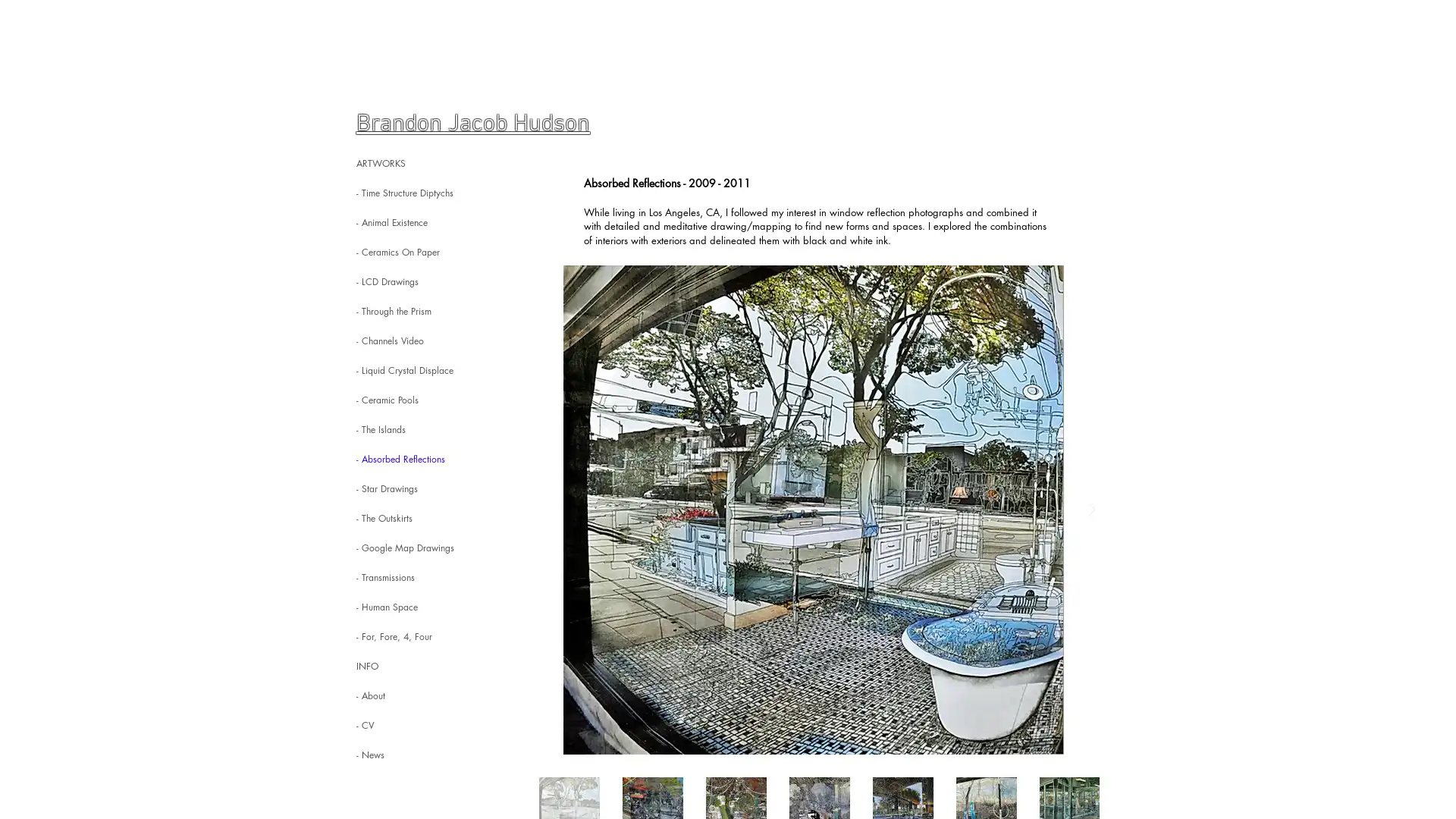 This screenshot has width=1456, height=819. Describe the element at coordinates (813, 510) in the screenshot. I see `Absorbed Reflection X by Brandon Hudson` at that location.